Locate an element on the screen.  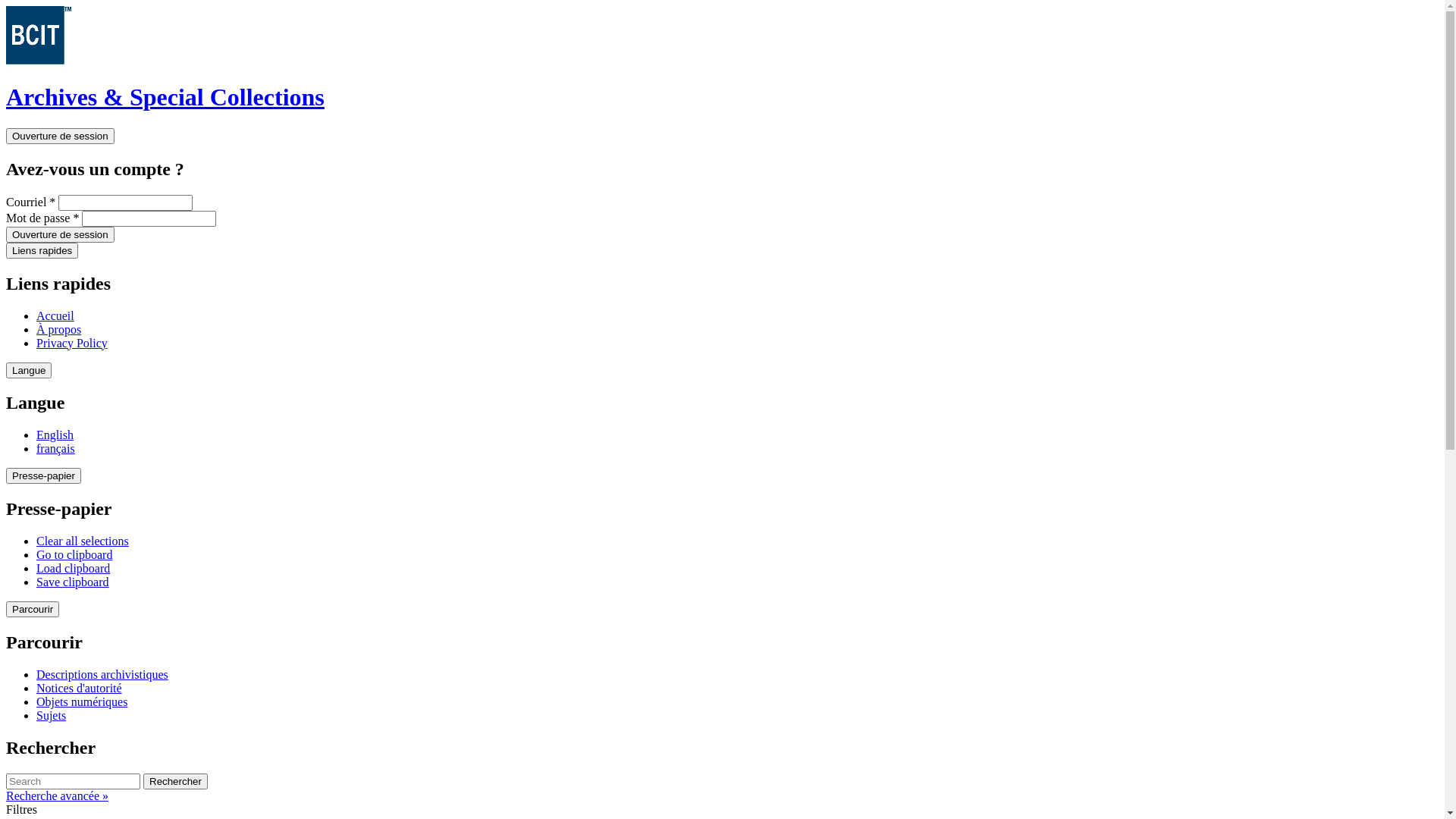
'Presse-papier' is located at coordinates (43, 475).